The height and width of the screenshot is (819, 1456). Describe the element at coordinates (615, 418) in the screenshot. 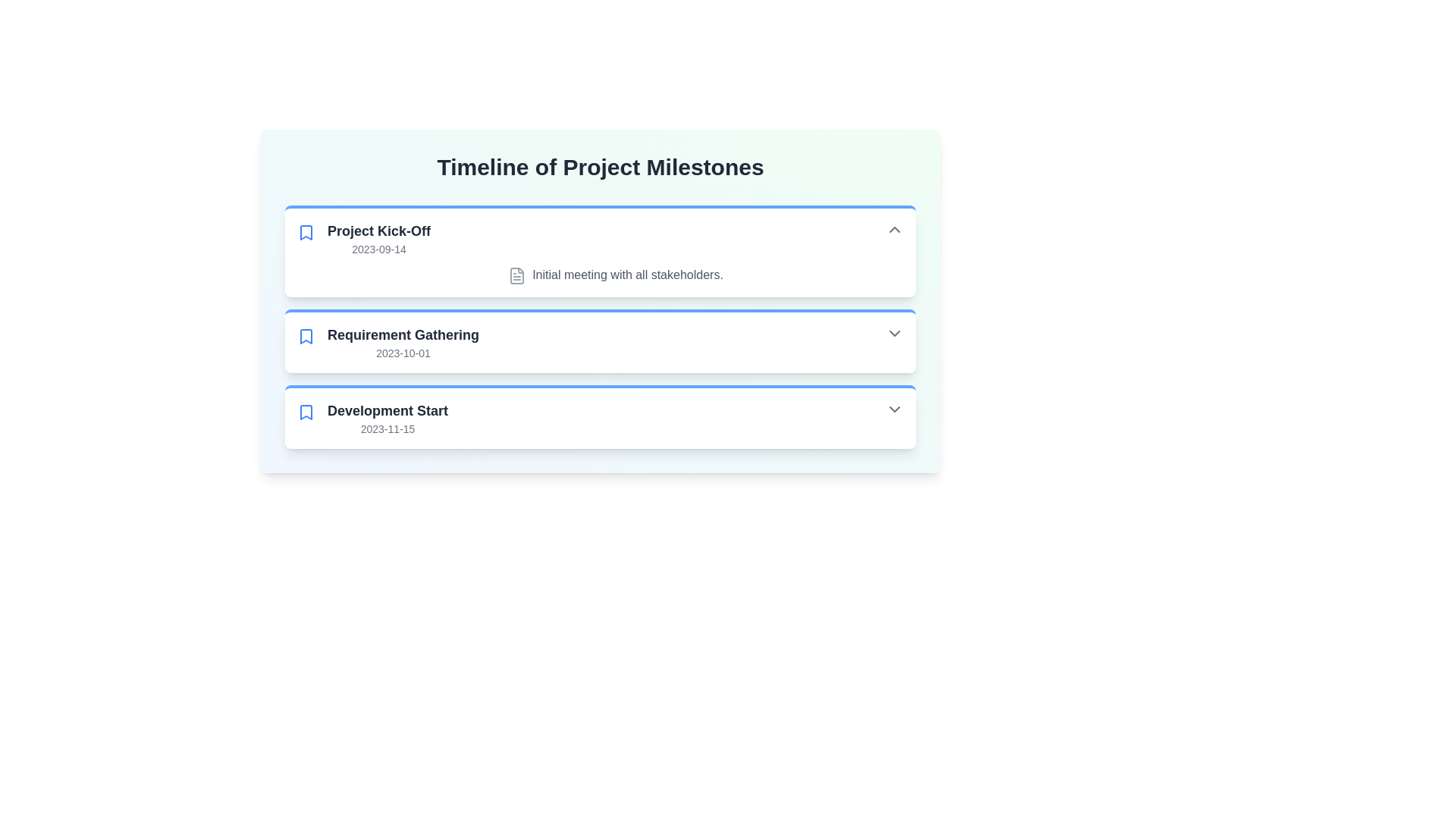

I see `the third milestone item in the 'Timeline of Project Milestones' representing 'Development Start'` at that location.